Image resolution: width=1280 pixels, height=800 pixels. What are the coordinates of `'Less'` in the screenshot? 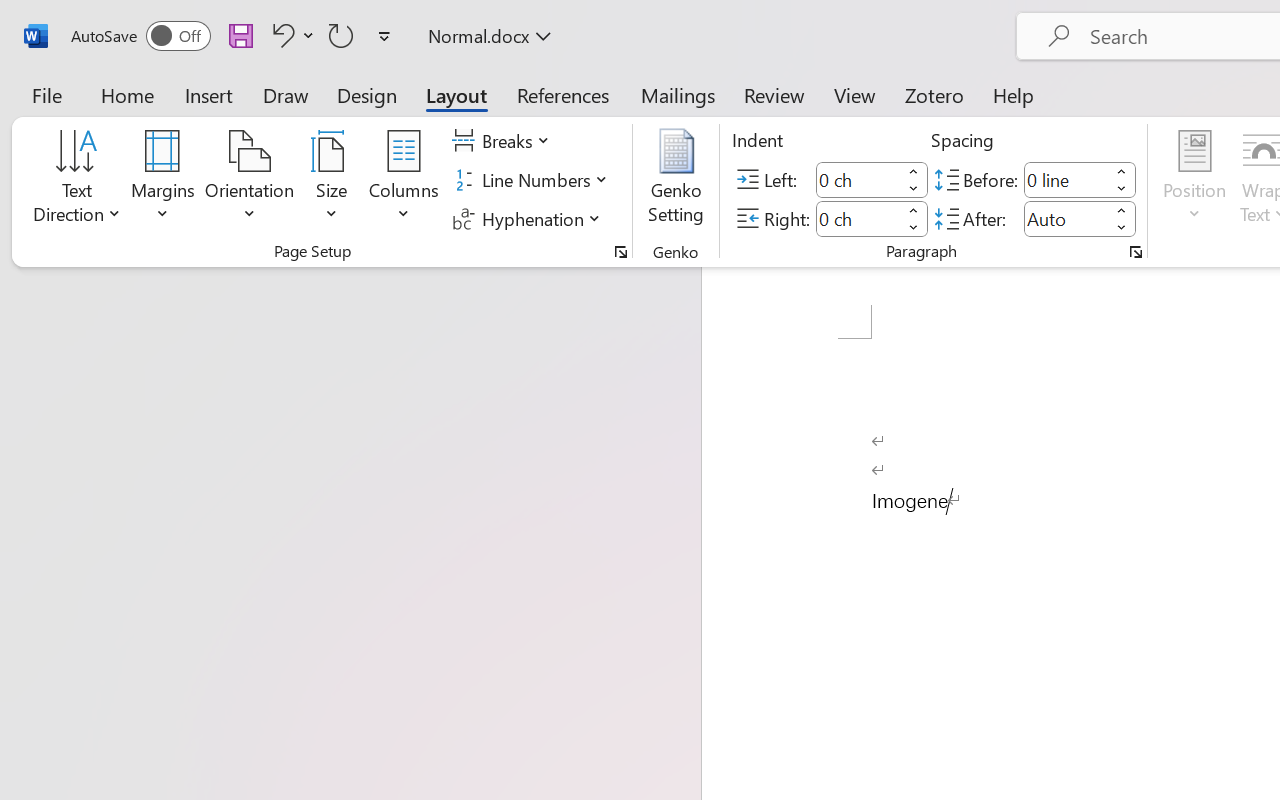 It's located at (1121, 227).